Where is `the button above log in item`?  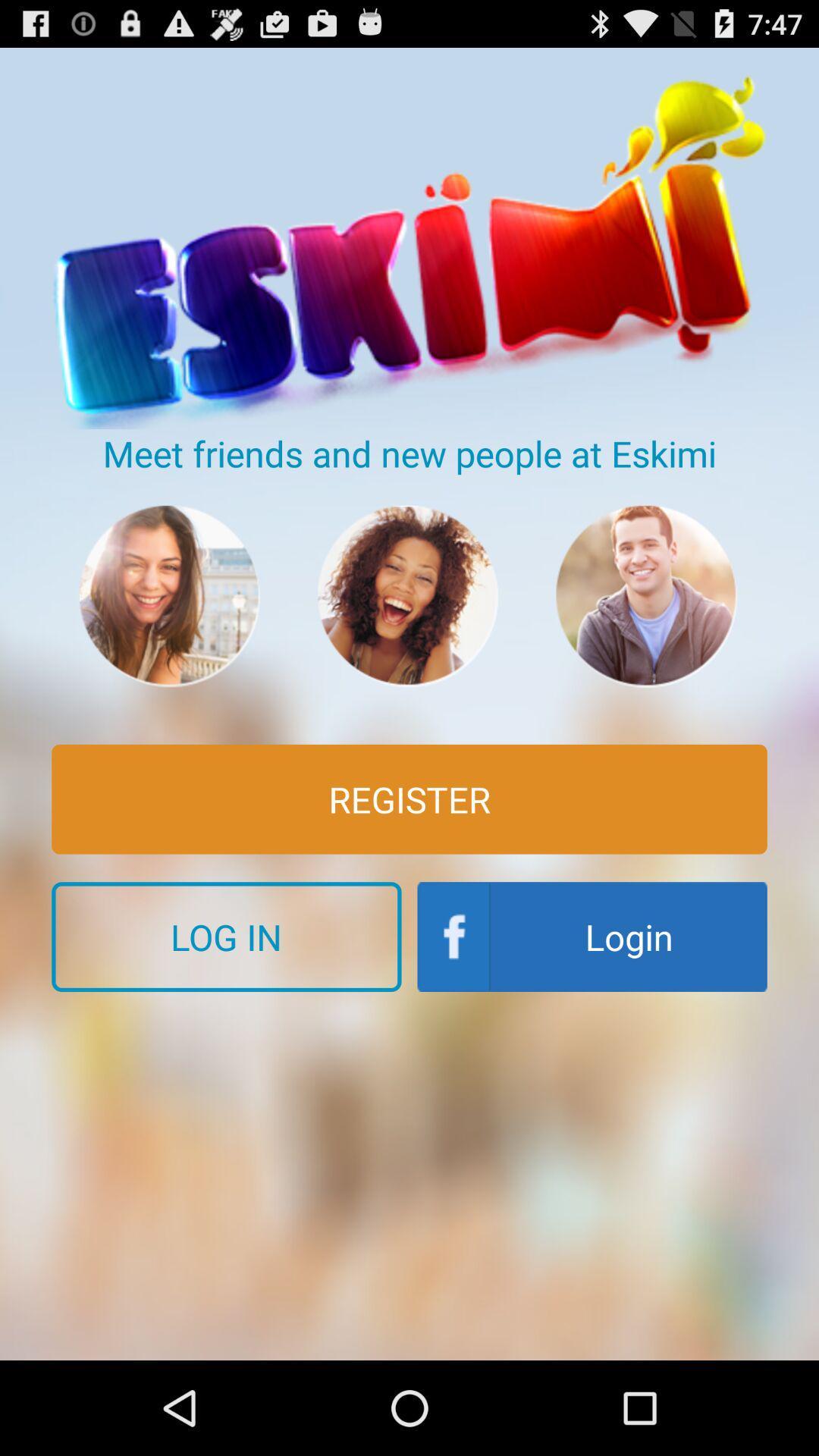 the button above log in item is located at coordinates (409, 799).